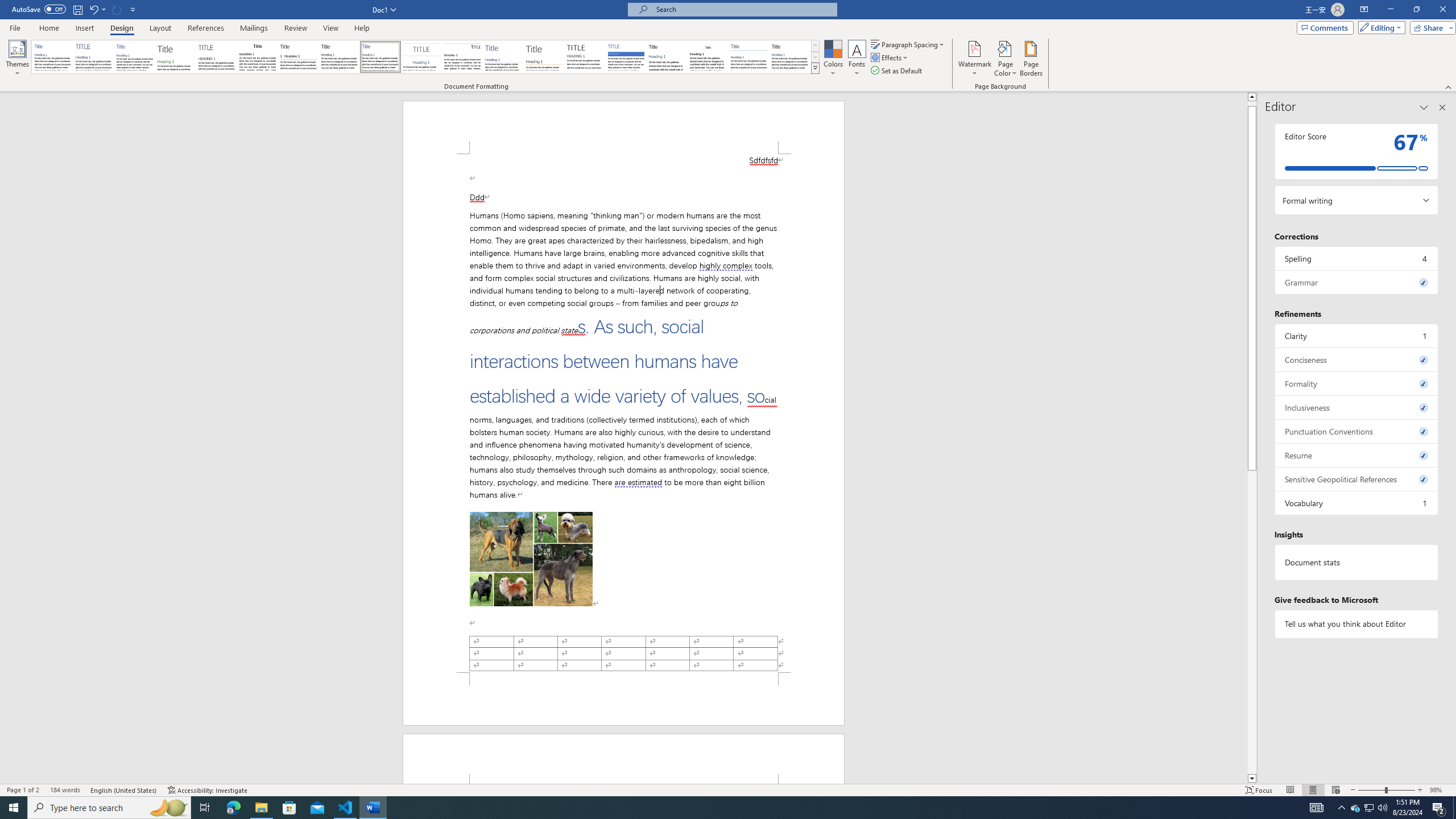 The image size is (1456, 819). What do you see at coordinates (338, 56) in the screenshot?
I see `'Black & White (Word 2013)'` at bounding box center [338, 56].